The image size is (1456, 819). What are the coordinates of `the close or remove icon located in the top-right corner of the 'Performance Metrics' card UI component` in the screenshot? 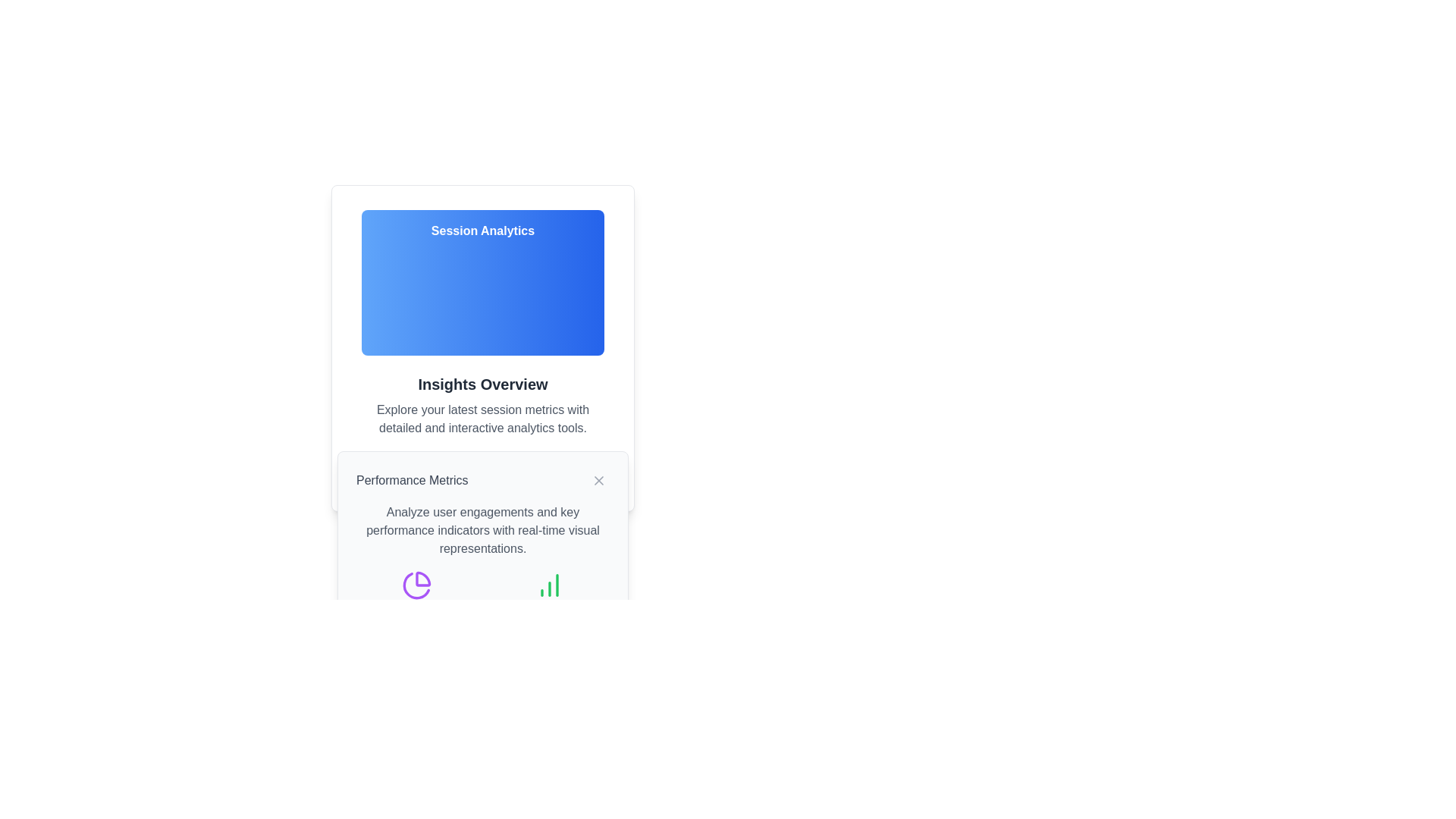 It's located at (598, 480).